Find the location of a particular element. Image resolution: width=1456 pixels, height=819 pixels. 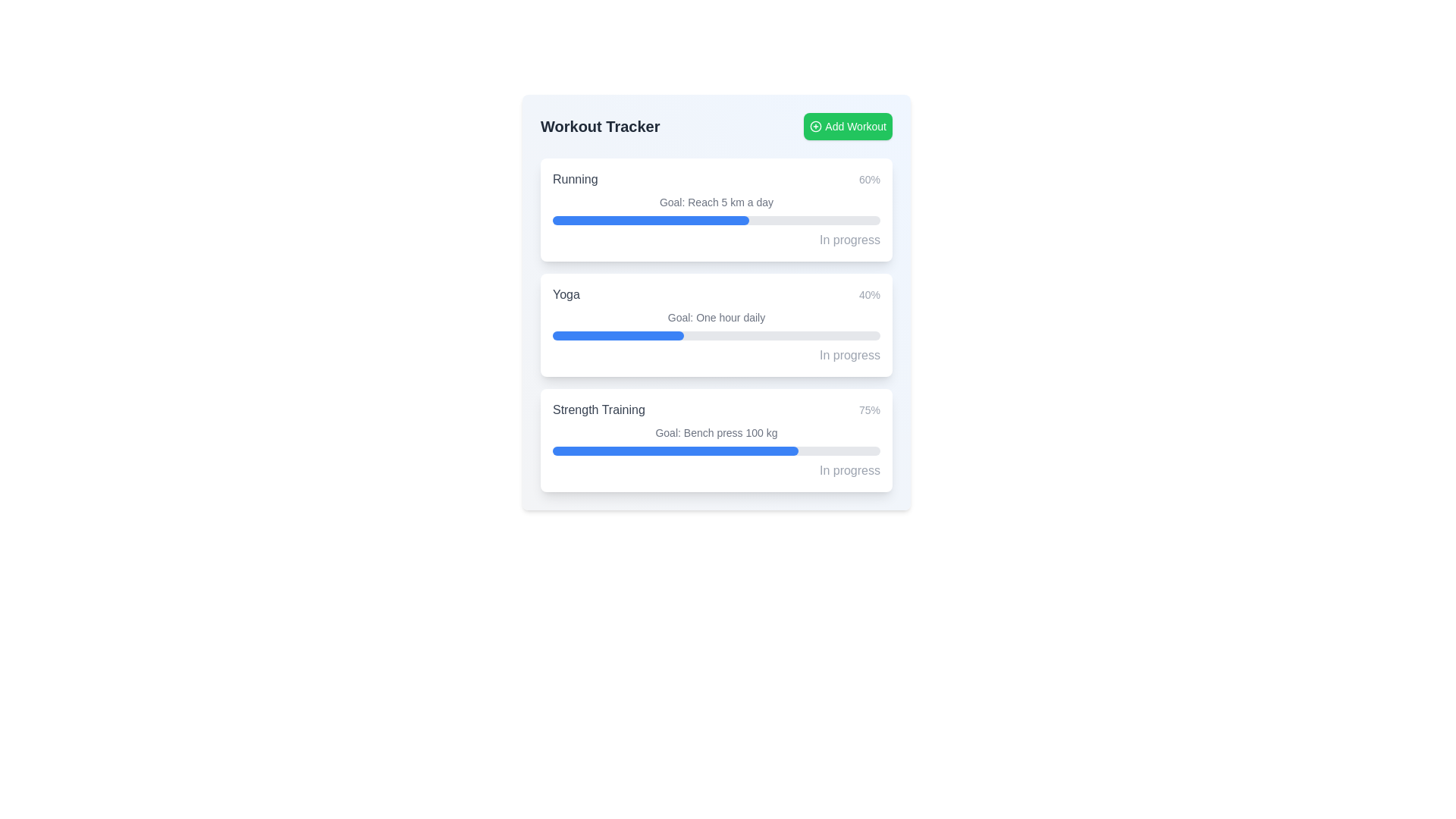

the Progress Indicator segment representing 40% completion in the Yoga category within the gray progress bar is located at coordinates (618, 335).